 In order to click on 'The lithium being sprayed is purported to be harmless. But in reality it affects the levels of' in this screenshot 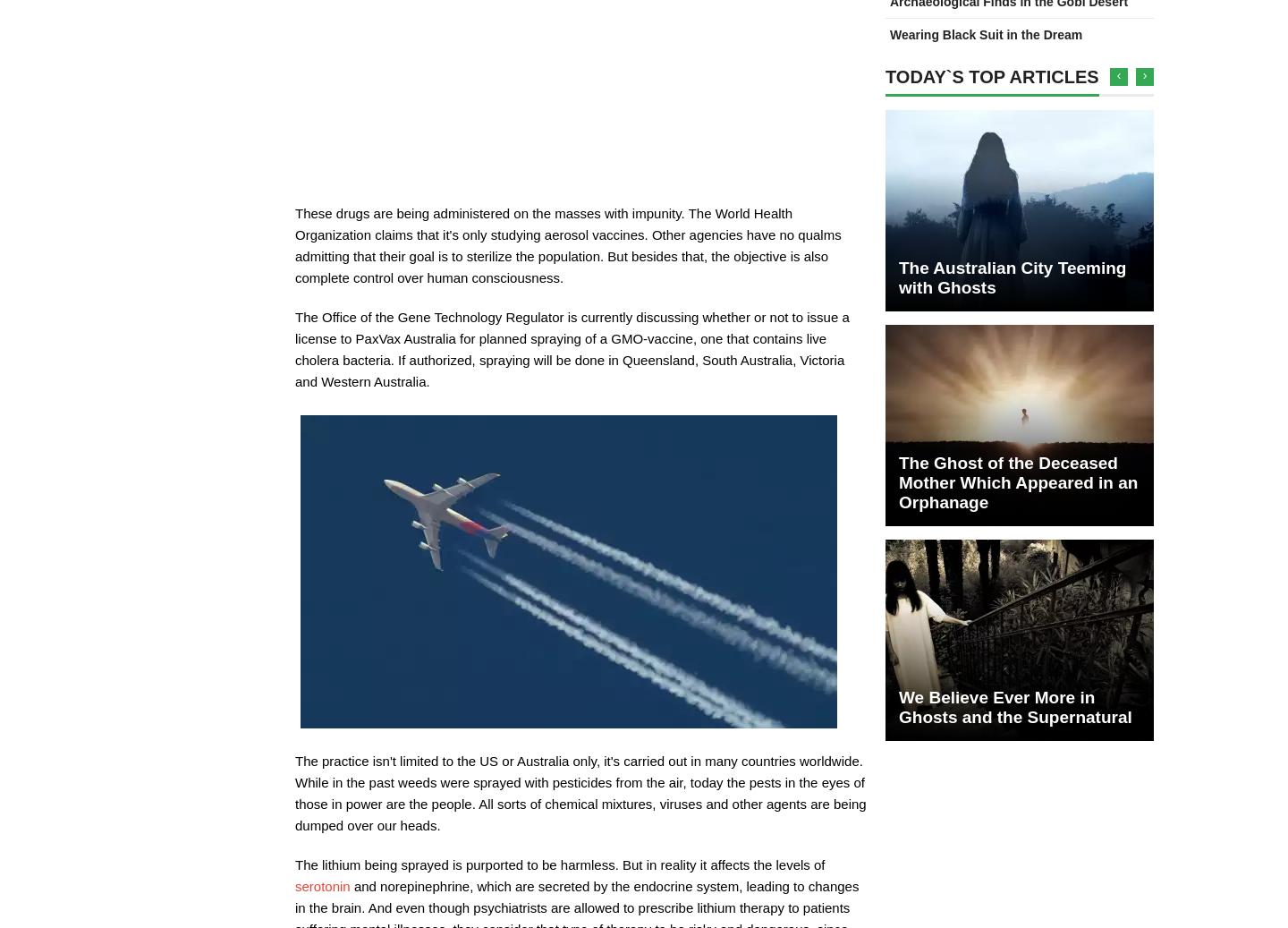, I will do `click(558, 864)`.